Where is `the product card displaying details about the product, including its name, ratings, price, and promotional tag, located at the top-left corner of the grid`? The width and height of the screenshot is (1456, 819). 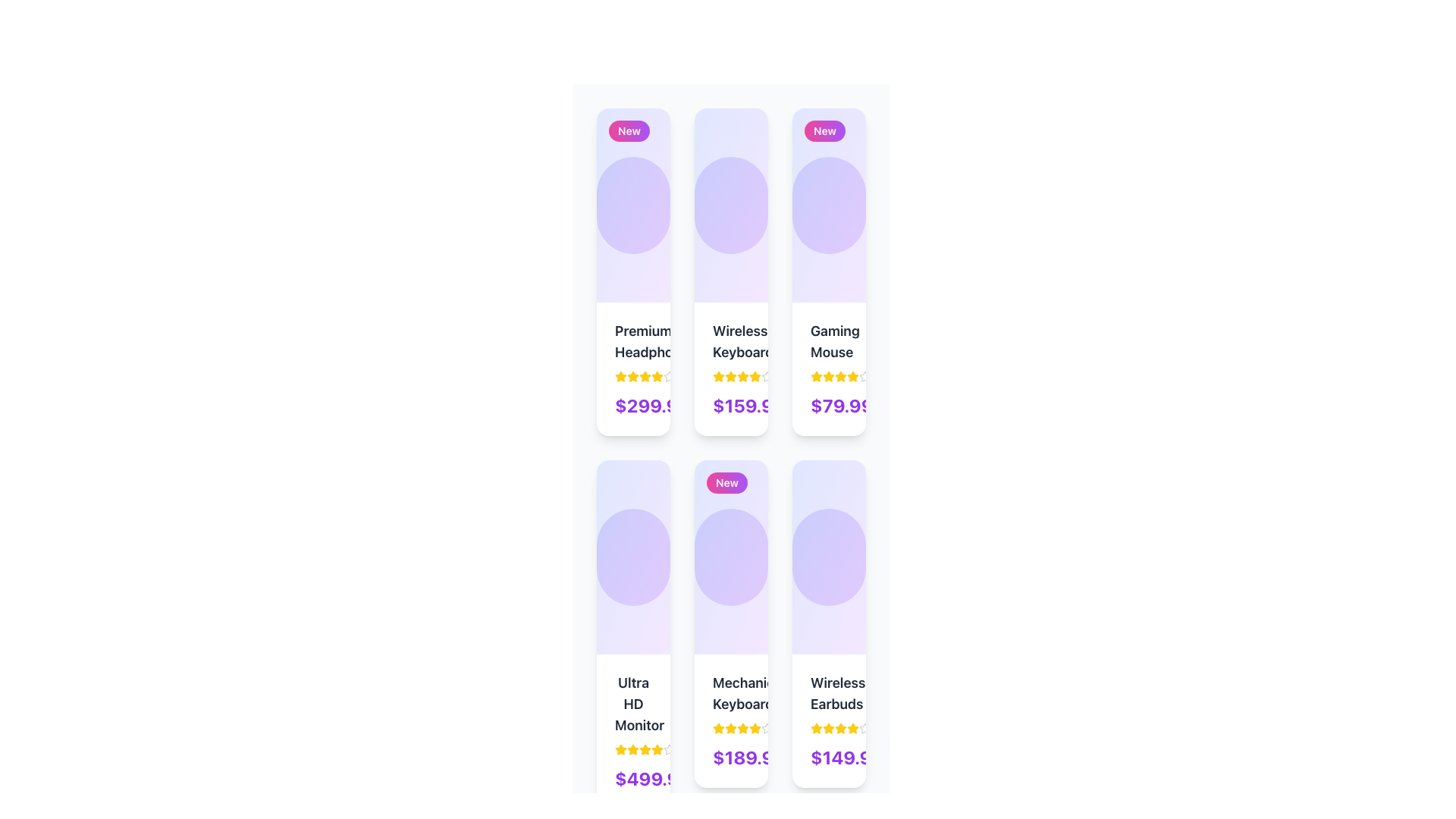
the product card displaying details about the product, including its name, ratings, price, and promotional tag, located at the top-left corner of the grid is located at coordinates (633, 271).